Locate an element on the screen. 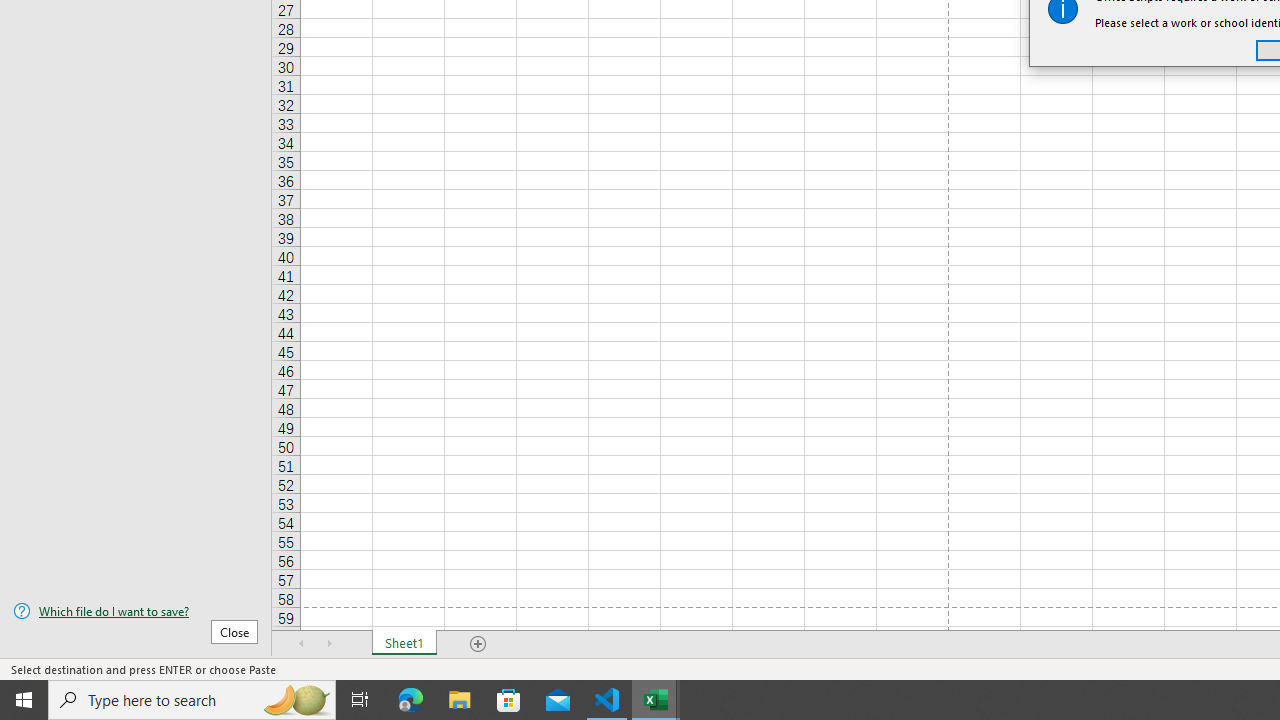  'Add Sheet' is located at coordinates (477, 644).